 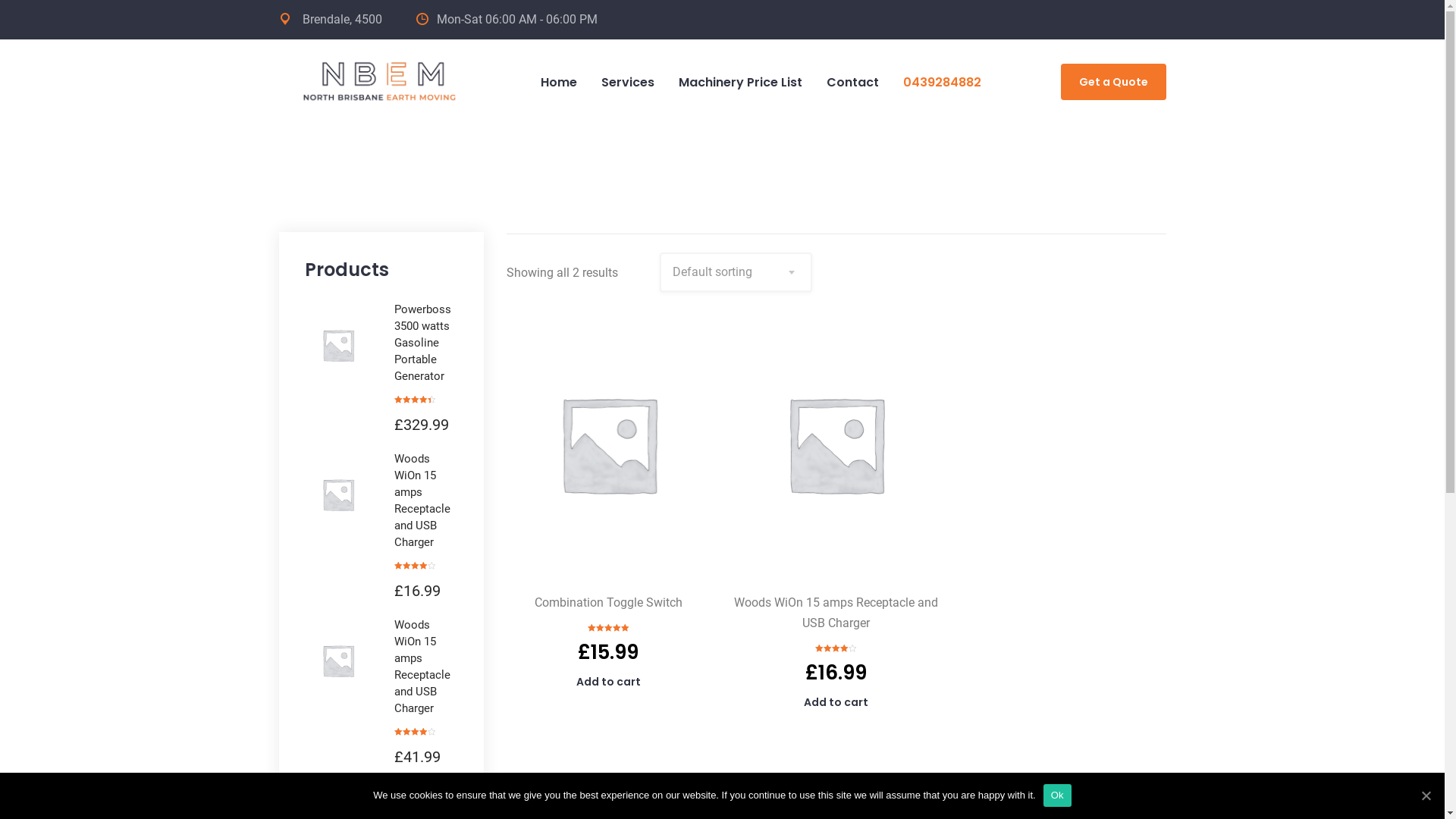 What do you see at coordinates (1056, 795) in the screenshot?
I see `'Ok'` at bounding box center [1056, 795].